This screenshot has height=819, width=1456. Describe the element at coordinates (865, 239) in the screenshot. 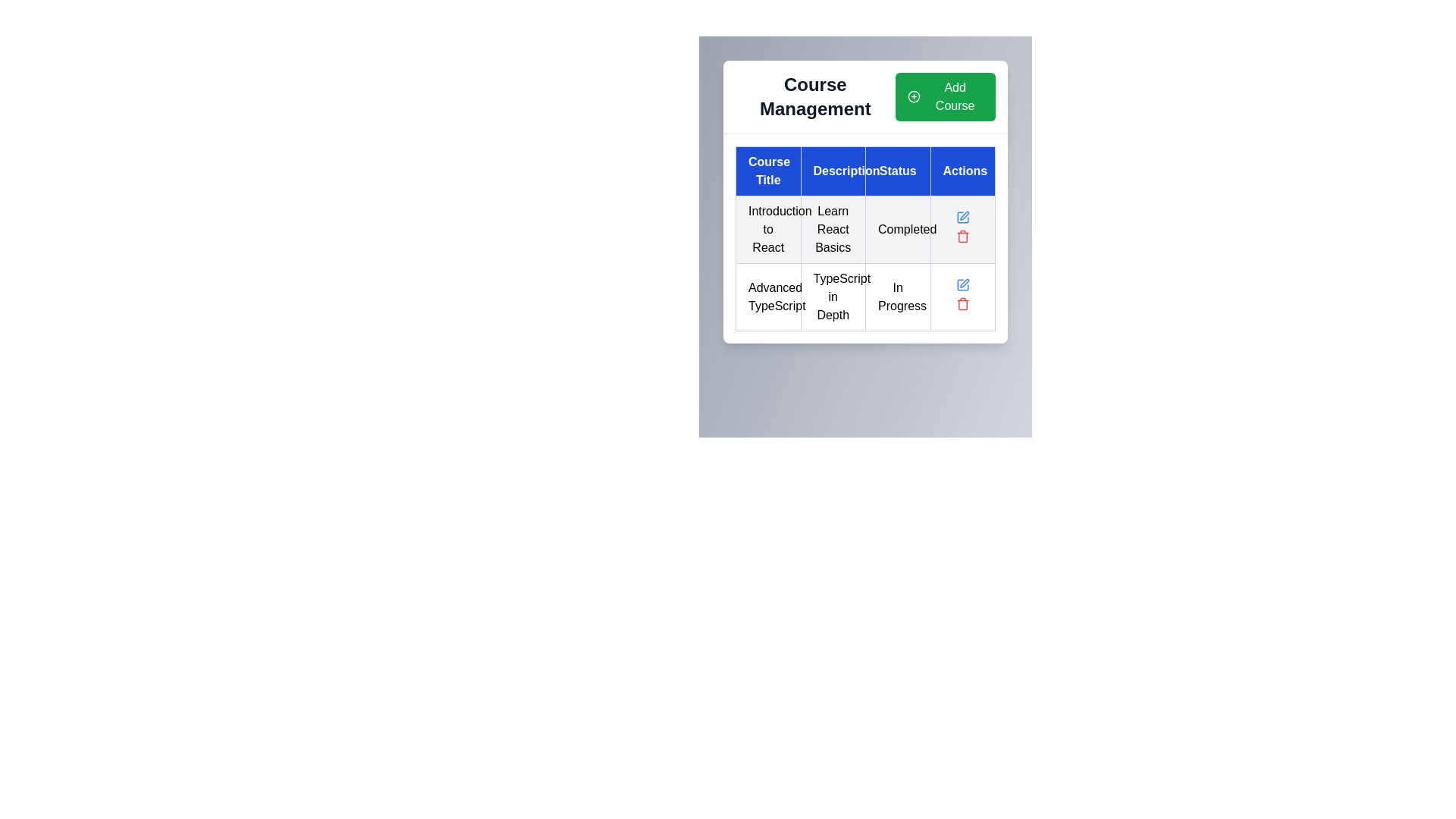

I see `the course summary table element` at that location.